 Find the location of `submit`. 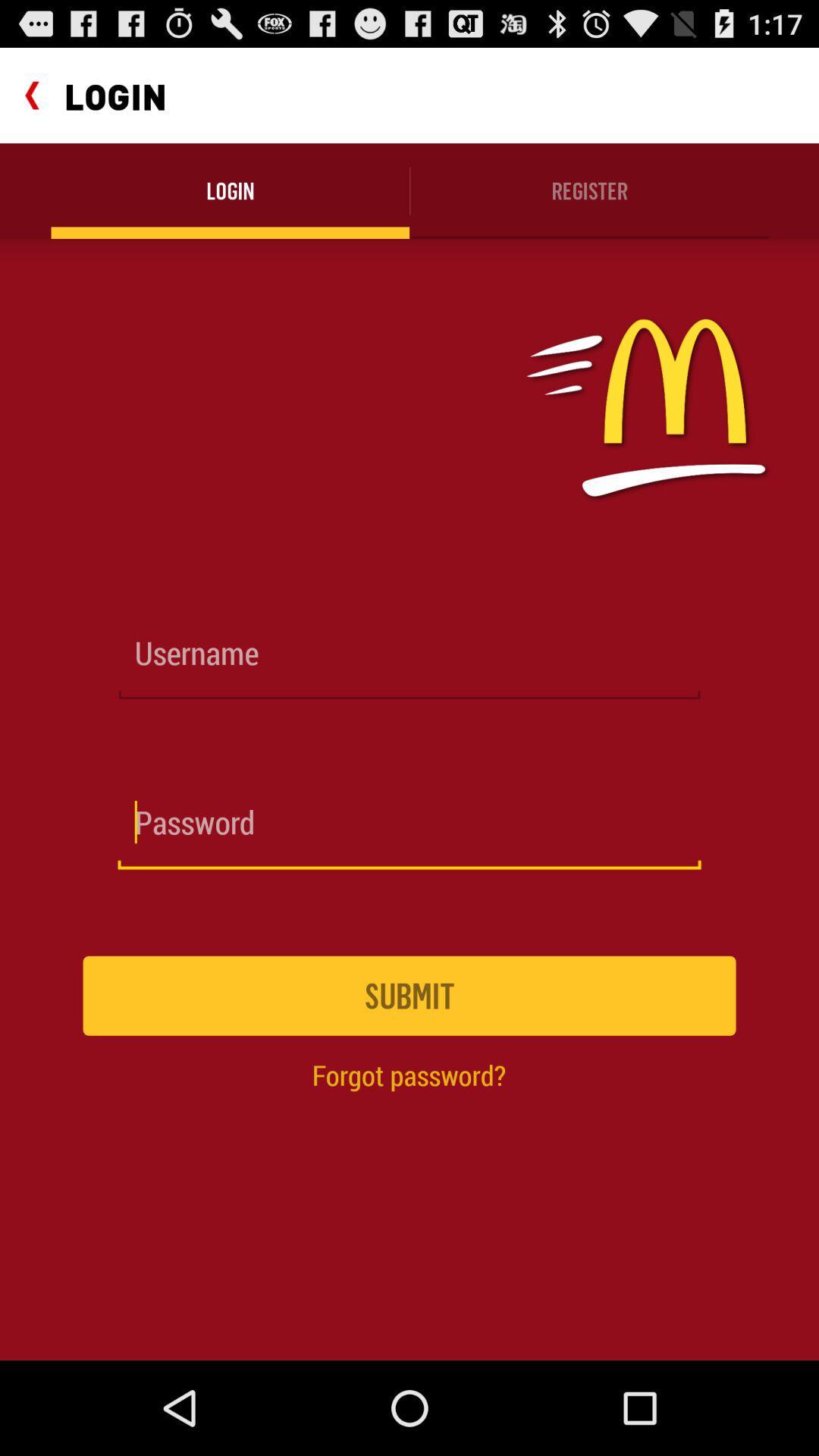

submit is located at coordinates (409, 996).